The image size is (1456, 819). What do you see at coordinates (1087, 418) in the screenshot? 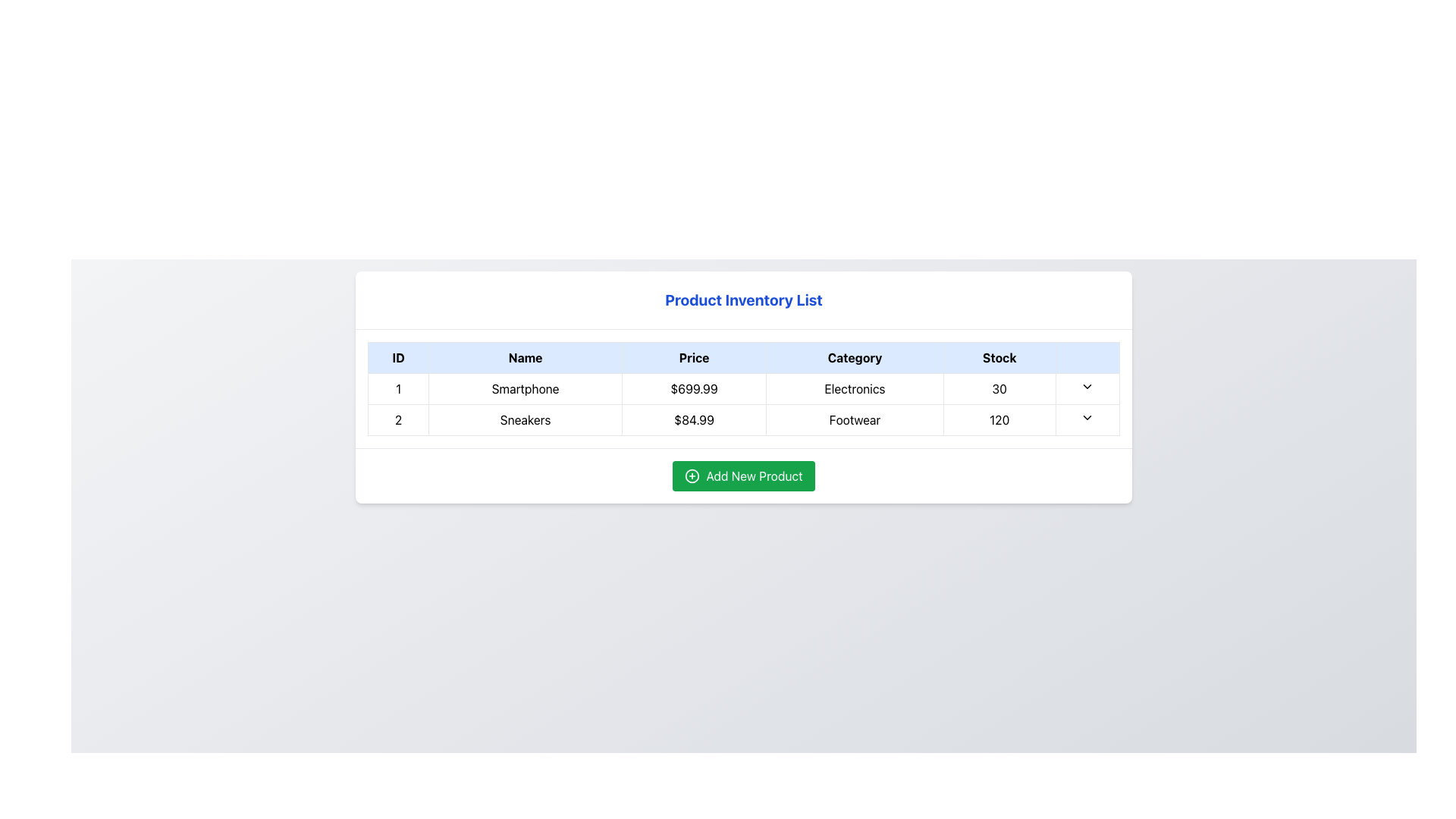
I see `the small downward-facing arrow icon in the 'Stock' column of the second row in the product inventory table` at bounding box center [1087, 418].